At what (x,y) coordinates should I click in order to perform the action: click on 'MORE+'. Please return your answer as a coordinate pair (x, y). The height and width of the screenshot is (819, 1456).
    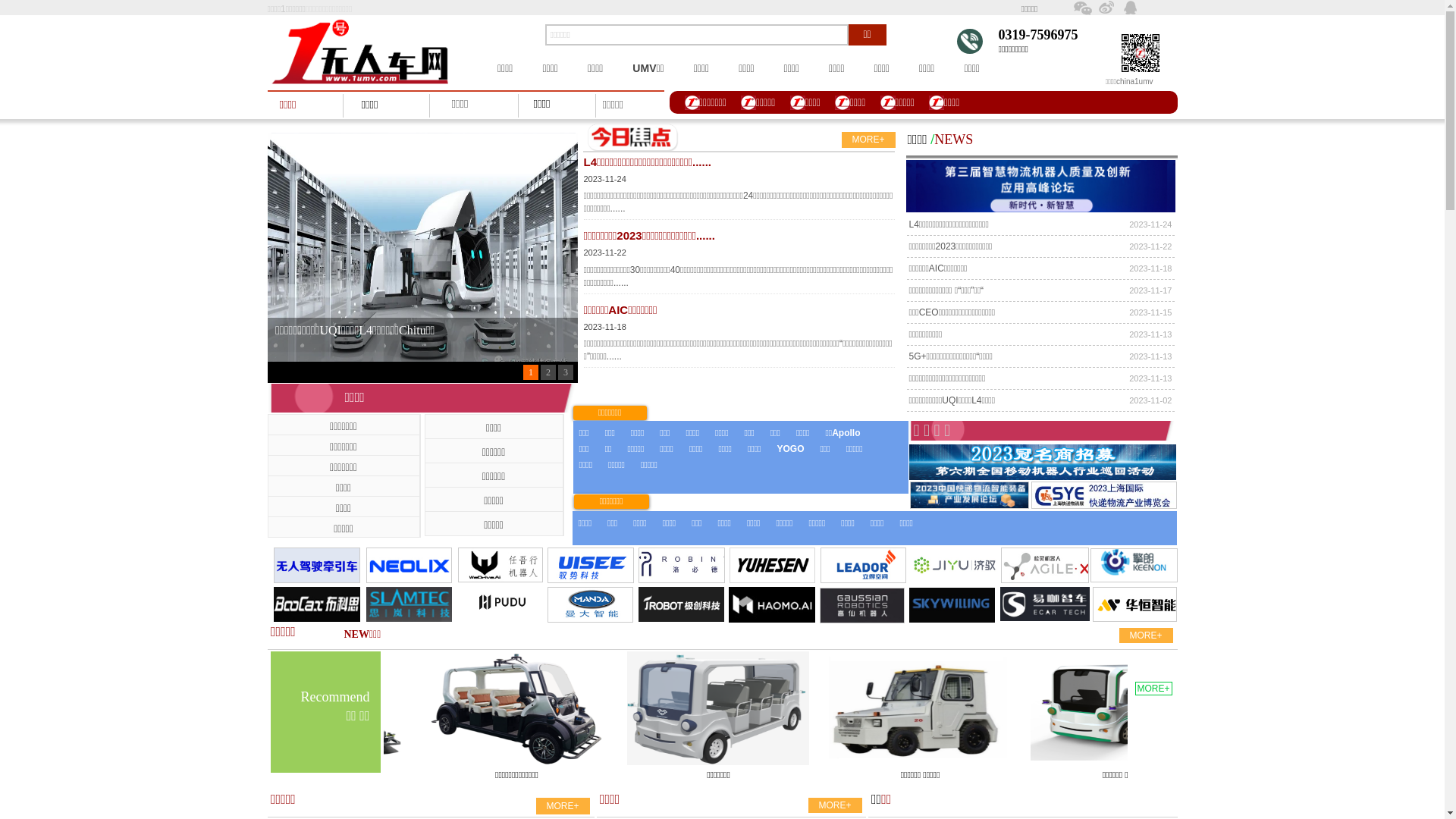
    Looking at the image, I should click on (868, 140).